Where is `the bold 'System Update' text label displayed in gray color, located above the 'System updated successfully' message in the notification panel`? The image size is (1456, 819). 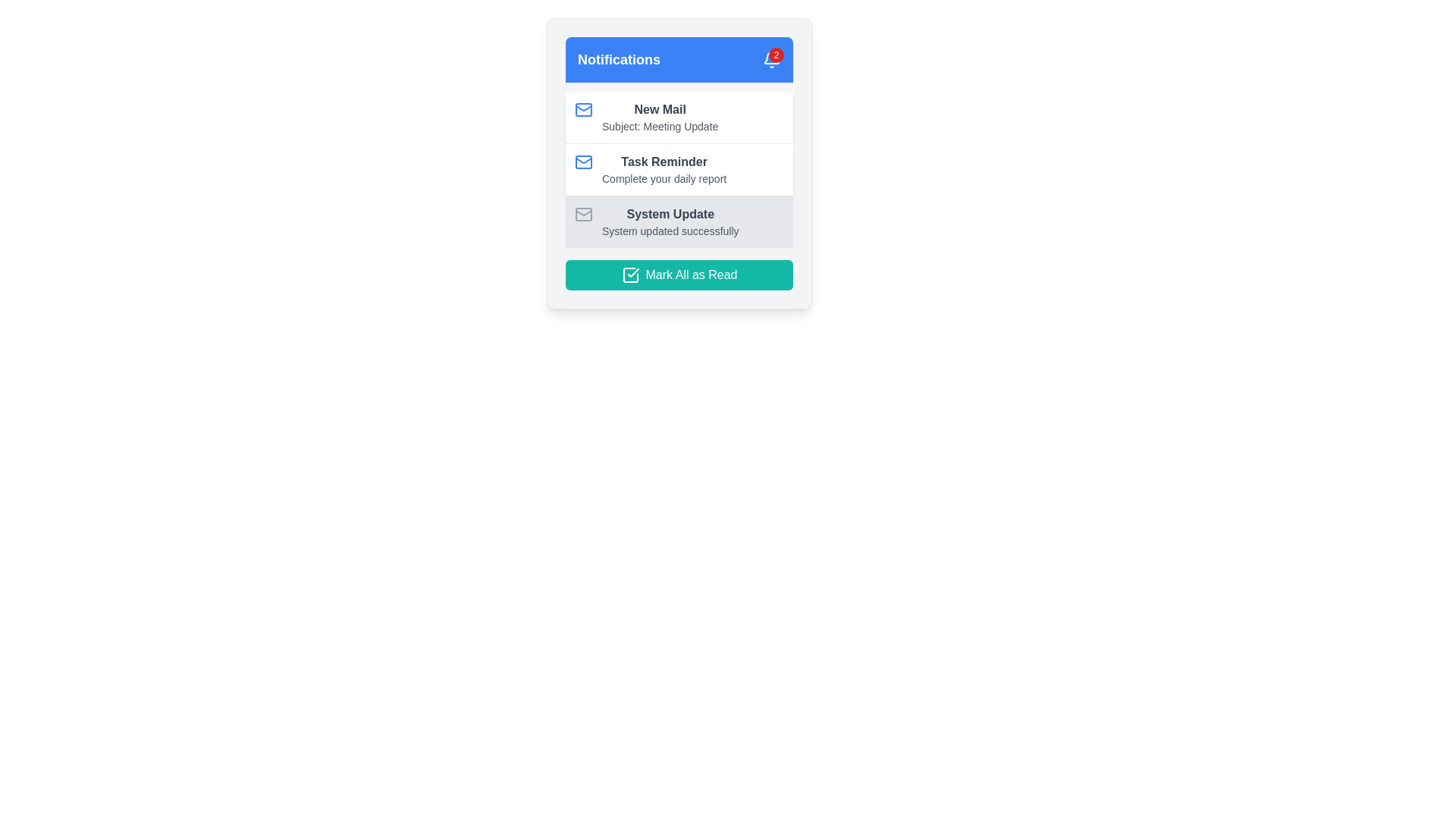 the bold 'System Update' text label displayed in gray color, located above the 'System updated successfully' message in the notification panel is located at coordinates (669, 214).